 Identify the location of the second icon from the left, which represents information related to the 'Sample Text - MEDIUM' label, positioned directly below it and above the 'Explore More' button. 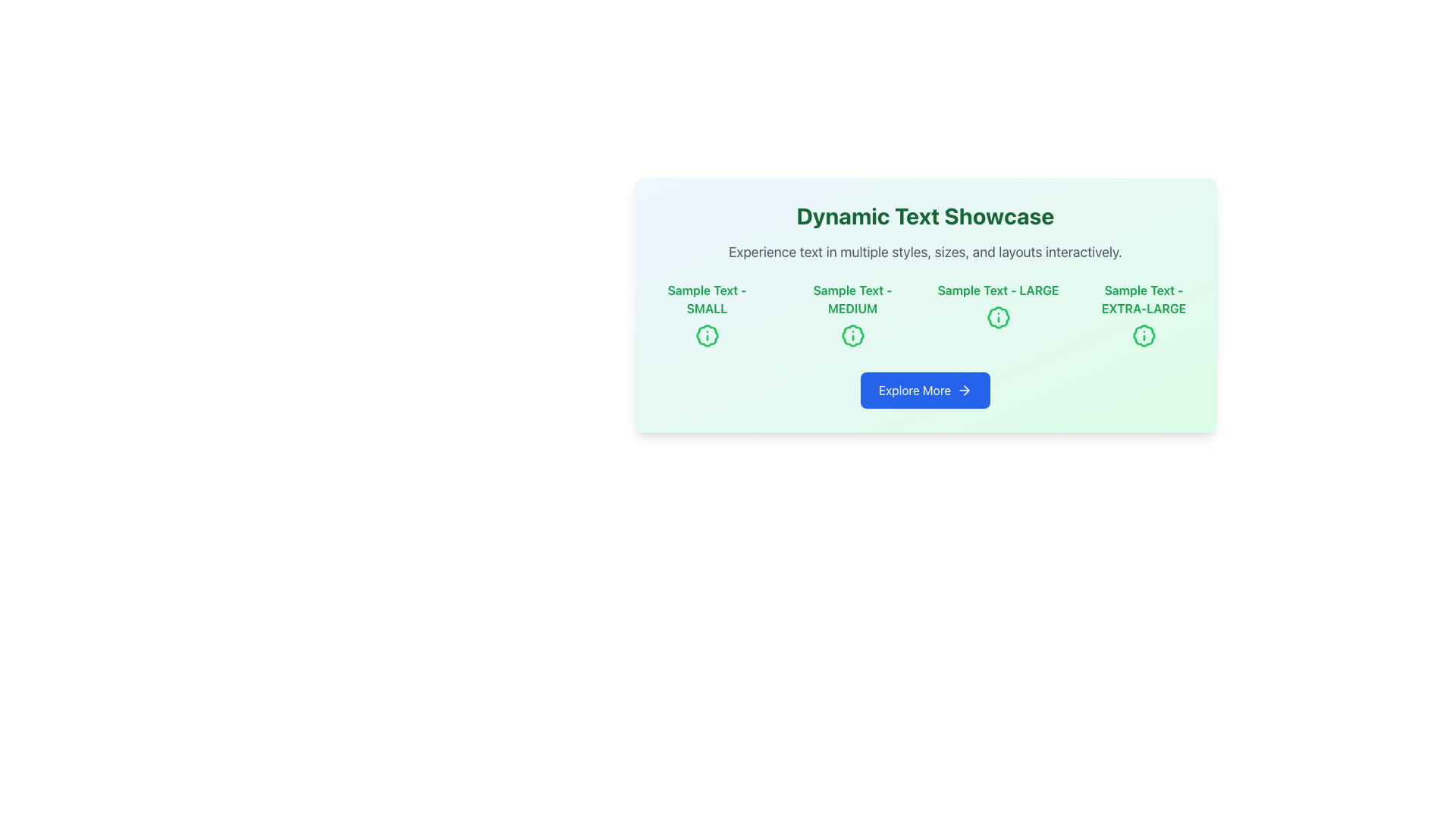
(852, 335).